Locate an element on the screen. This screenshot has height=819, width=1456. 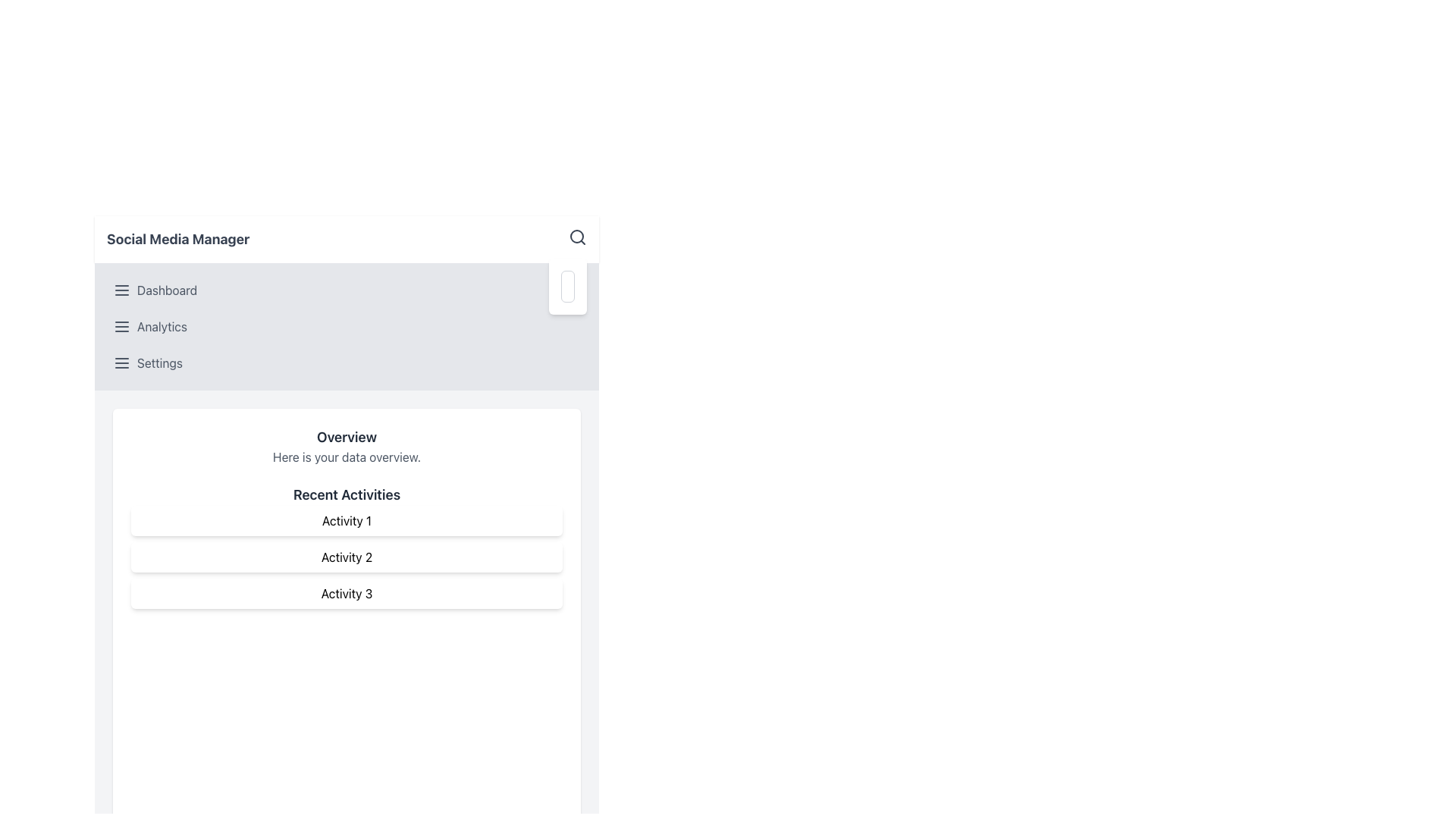
the static text label indicating 'Activity 2', which is the second item in a vertical list of activities is located at coordinates (346, 557).